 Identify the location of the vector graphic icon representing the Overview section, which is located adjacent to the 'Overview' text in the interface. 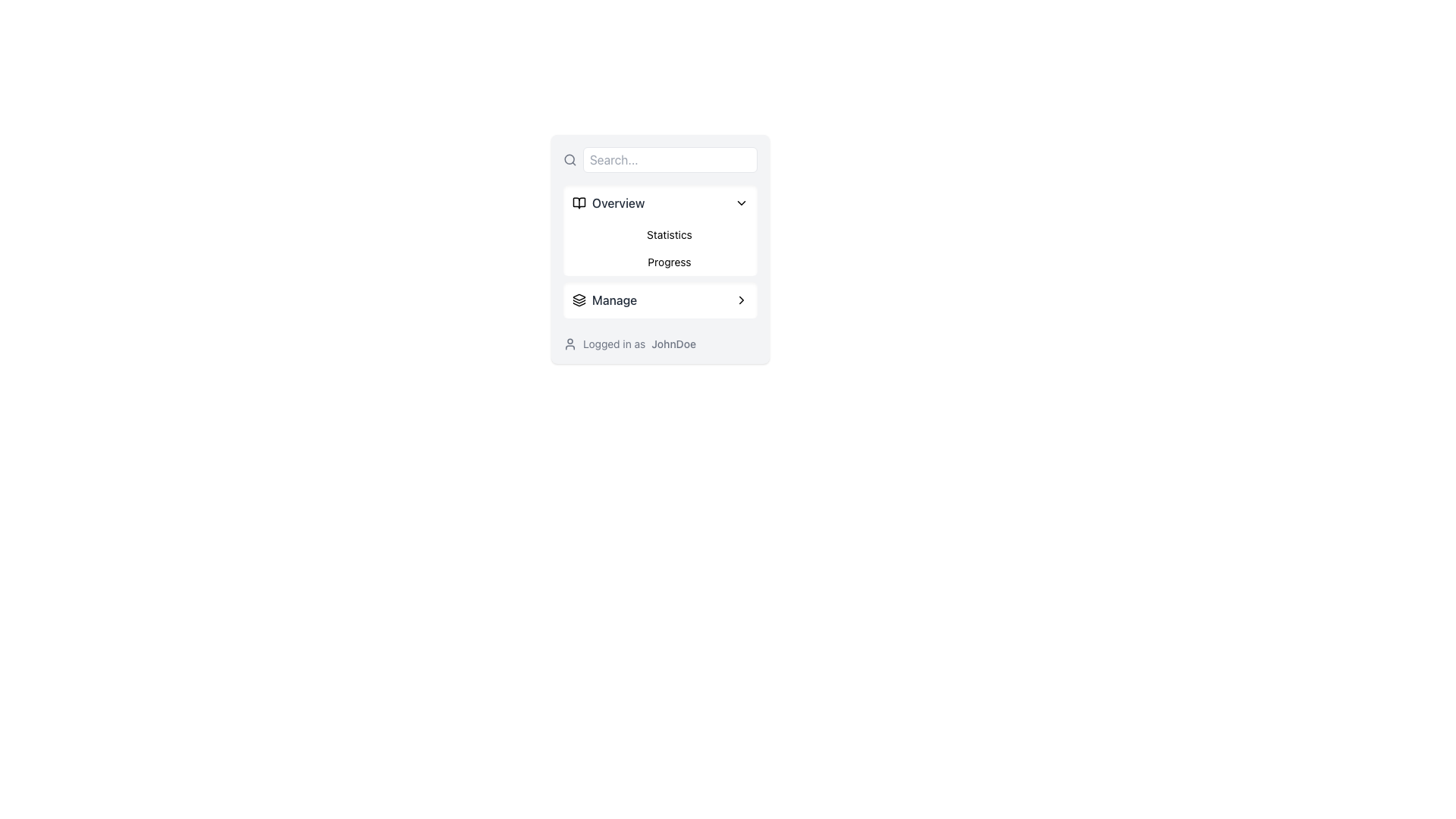
(578, 202).